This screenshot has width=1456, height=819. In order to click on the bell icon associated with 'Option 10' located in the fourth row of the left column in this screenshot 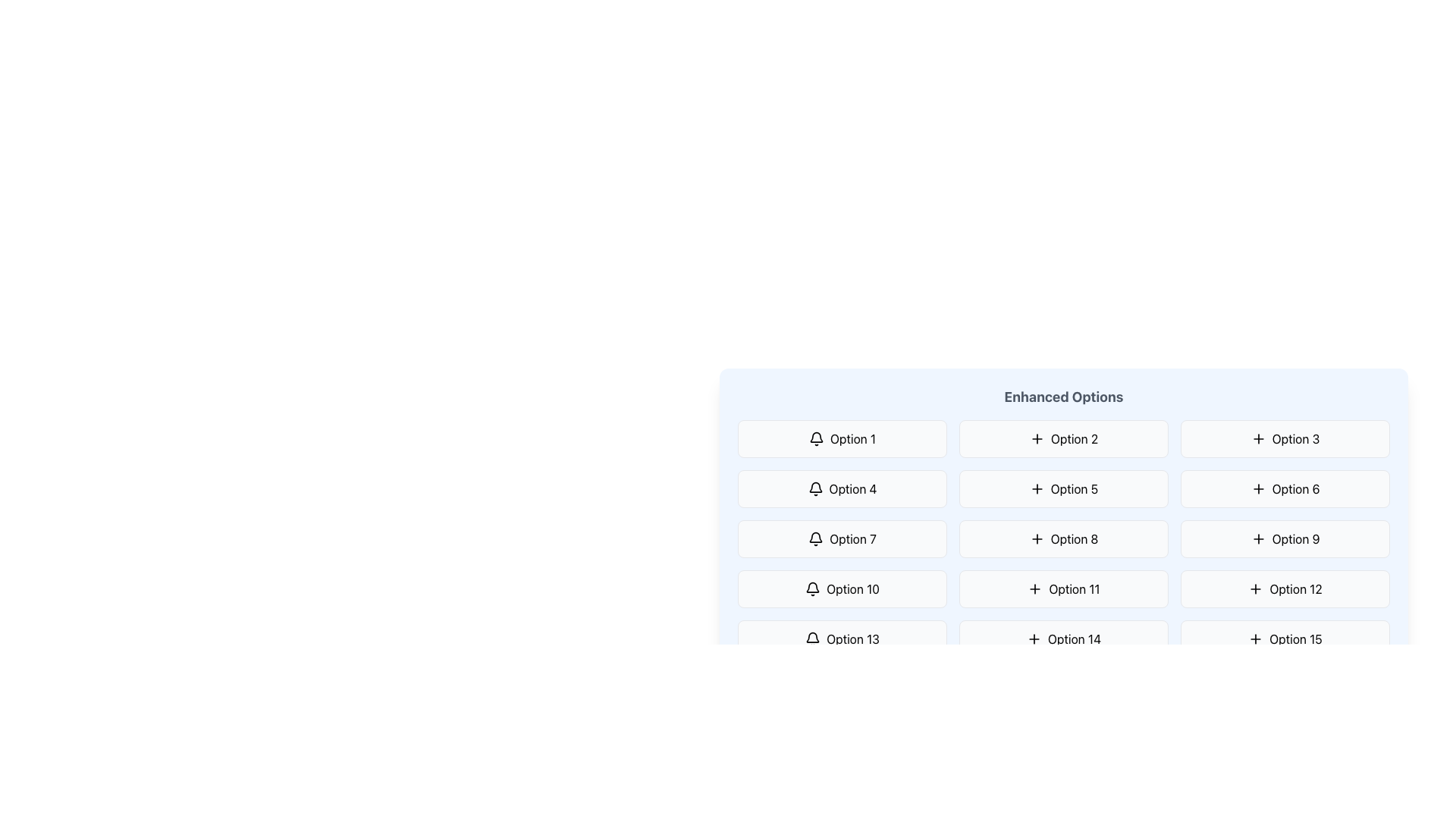, I will do `click(812, 586)`.